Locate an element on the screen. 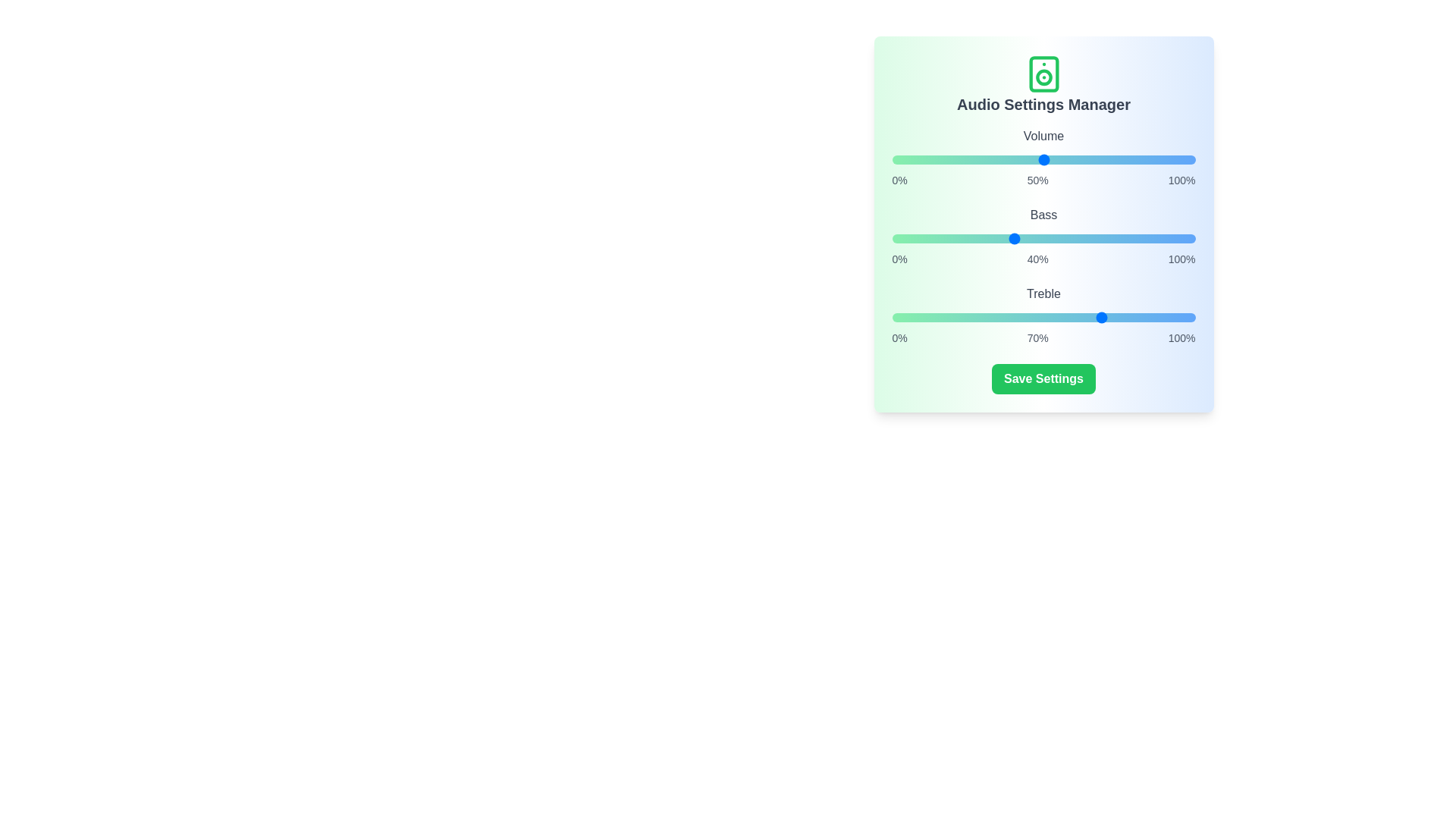 The width and height of the screenshot is (1456, 819). the volume slider to 59% is located at coordinates (1070, 160).